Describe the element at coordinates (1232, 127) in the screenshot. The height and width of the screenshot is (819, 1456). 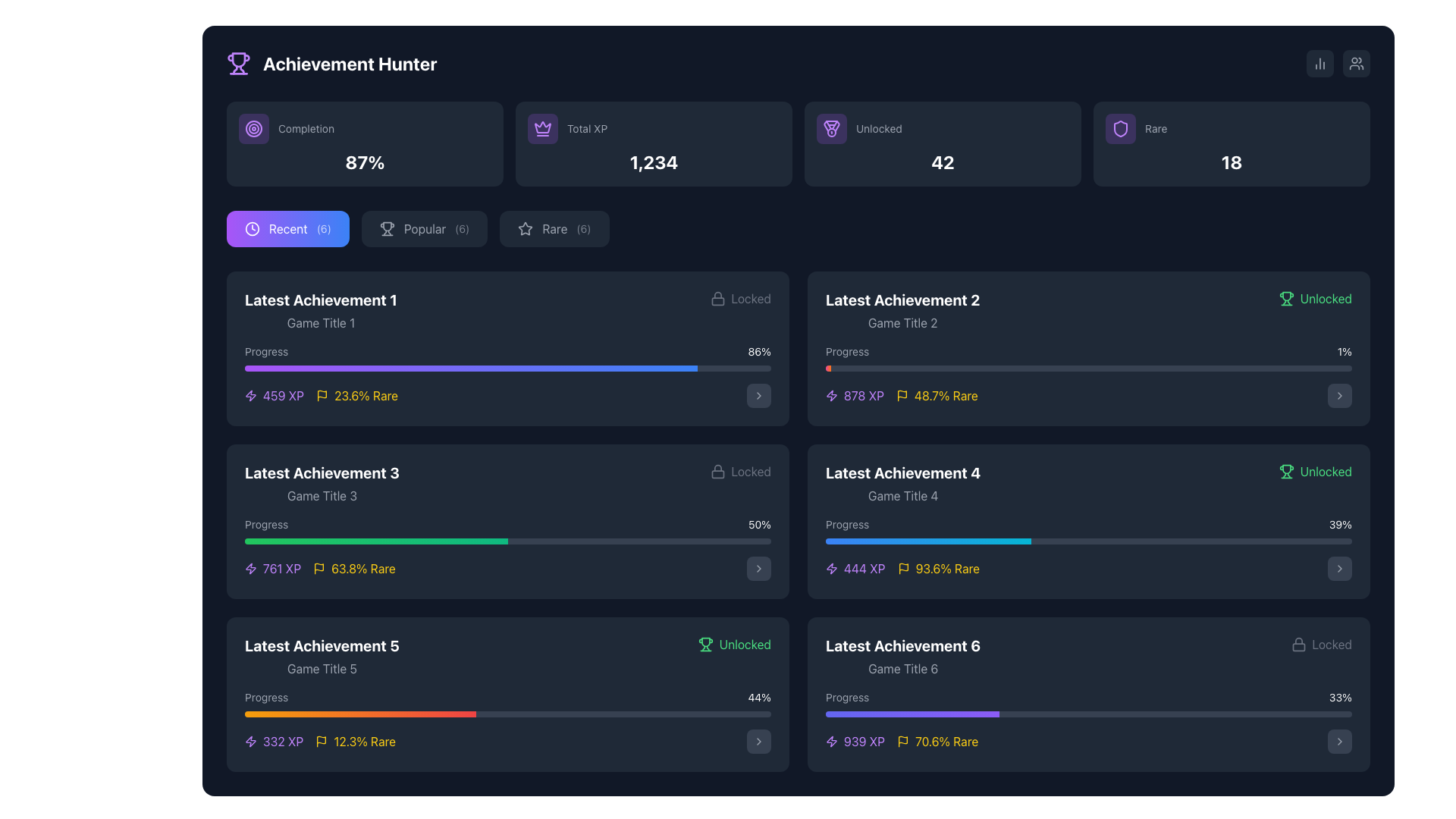
I see `the Text label displaying 'Rare' in light gray font, located in the upper-right section of the interface, adjacent to a purple shield icon` at that location.